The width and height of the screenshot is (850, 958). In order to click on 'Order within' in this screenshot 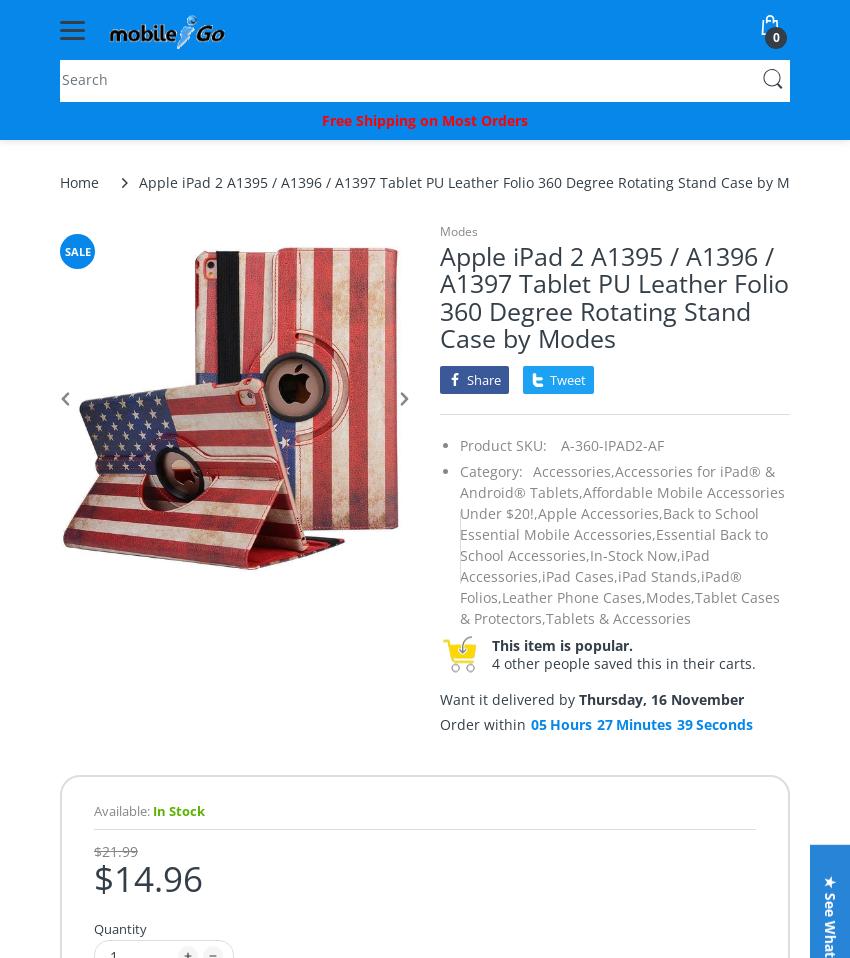, I will do `click(438, 723)`.